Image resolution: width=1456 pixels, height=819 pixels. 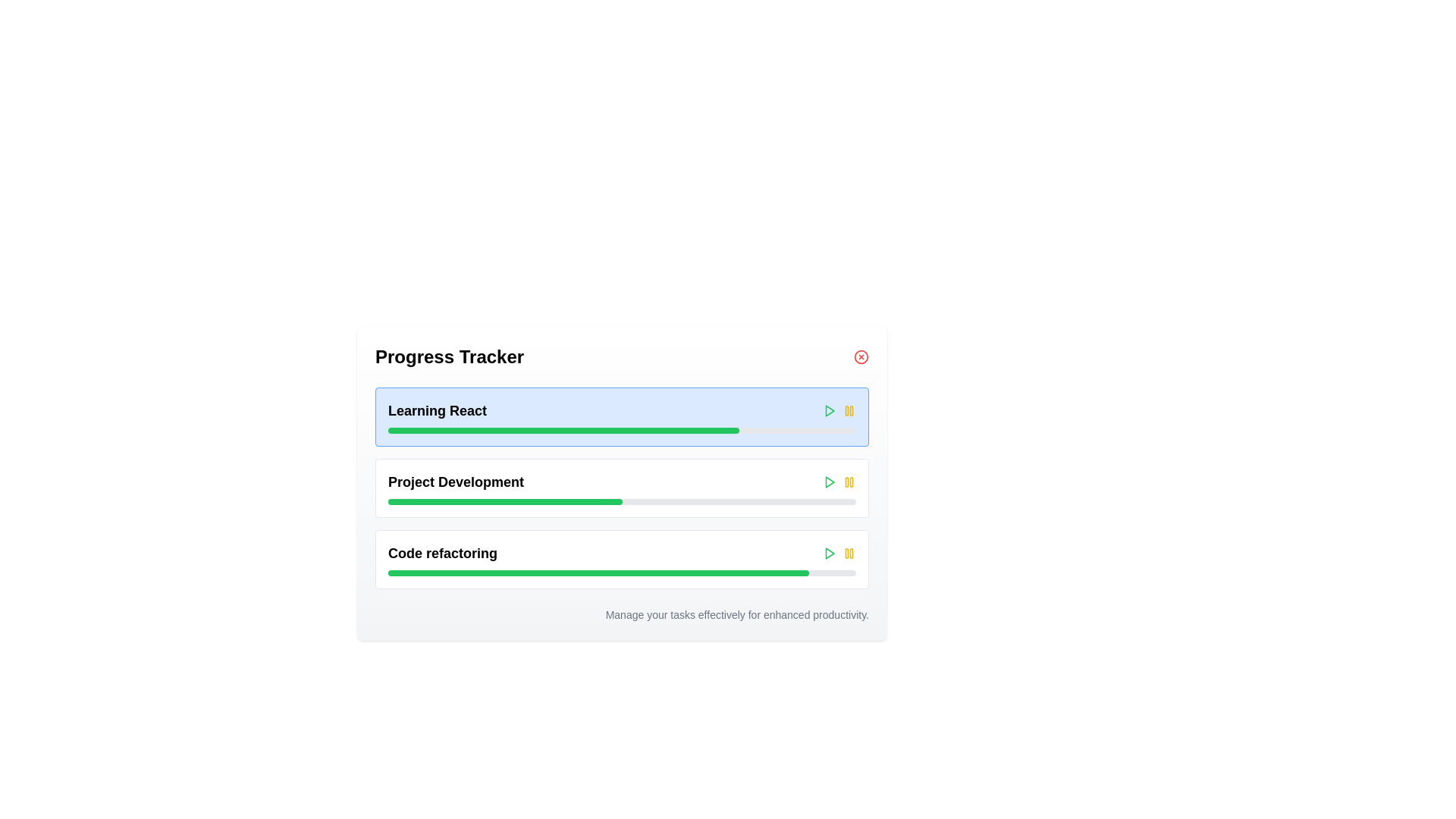 I want to click on the middle progress bar in the 'Project Development' section, which features a gray background and a green foreground to indicate progress, so click(x=622, y=502).